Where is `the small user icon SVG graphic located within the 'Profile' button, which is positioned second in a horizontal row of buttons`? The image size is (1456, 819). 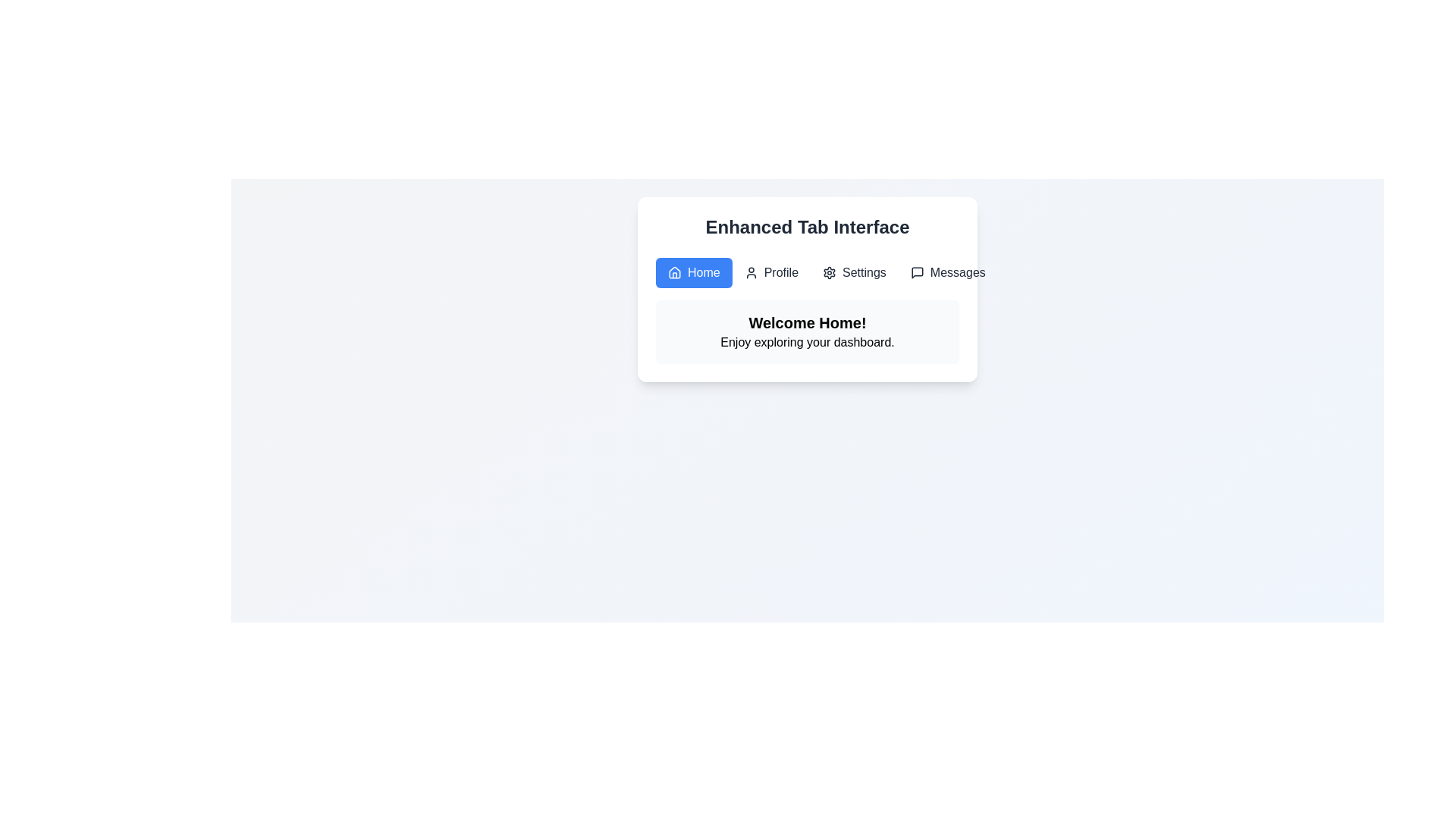
the small user icon SVG graphic located within the 'Profile' button, which is positioned second in a horizontal row of buttons is located at coordinates (751, 271).